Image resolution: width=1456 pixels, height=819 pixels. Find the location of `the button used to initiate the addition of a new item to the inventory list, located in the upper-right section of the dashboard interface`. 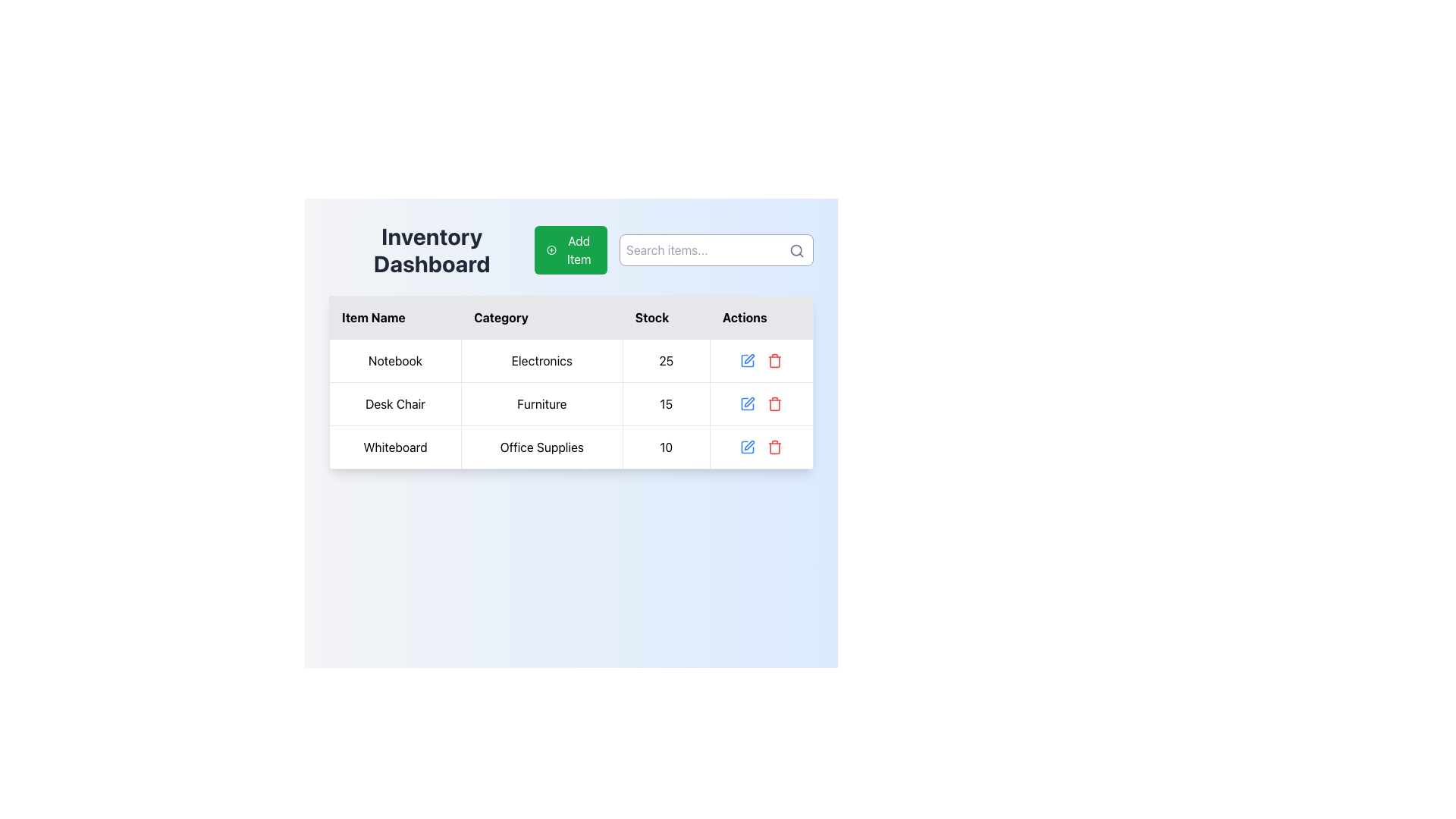

the button used to initiate the addition of a new item to the inventory list, located in the upper-right section of the dashboard interface is located at coordinates (570, 249).